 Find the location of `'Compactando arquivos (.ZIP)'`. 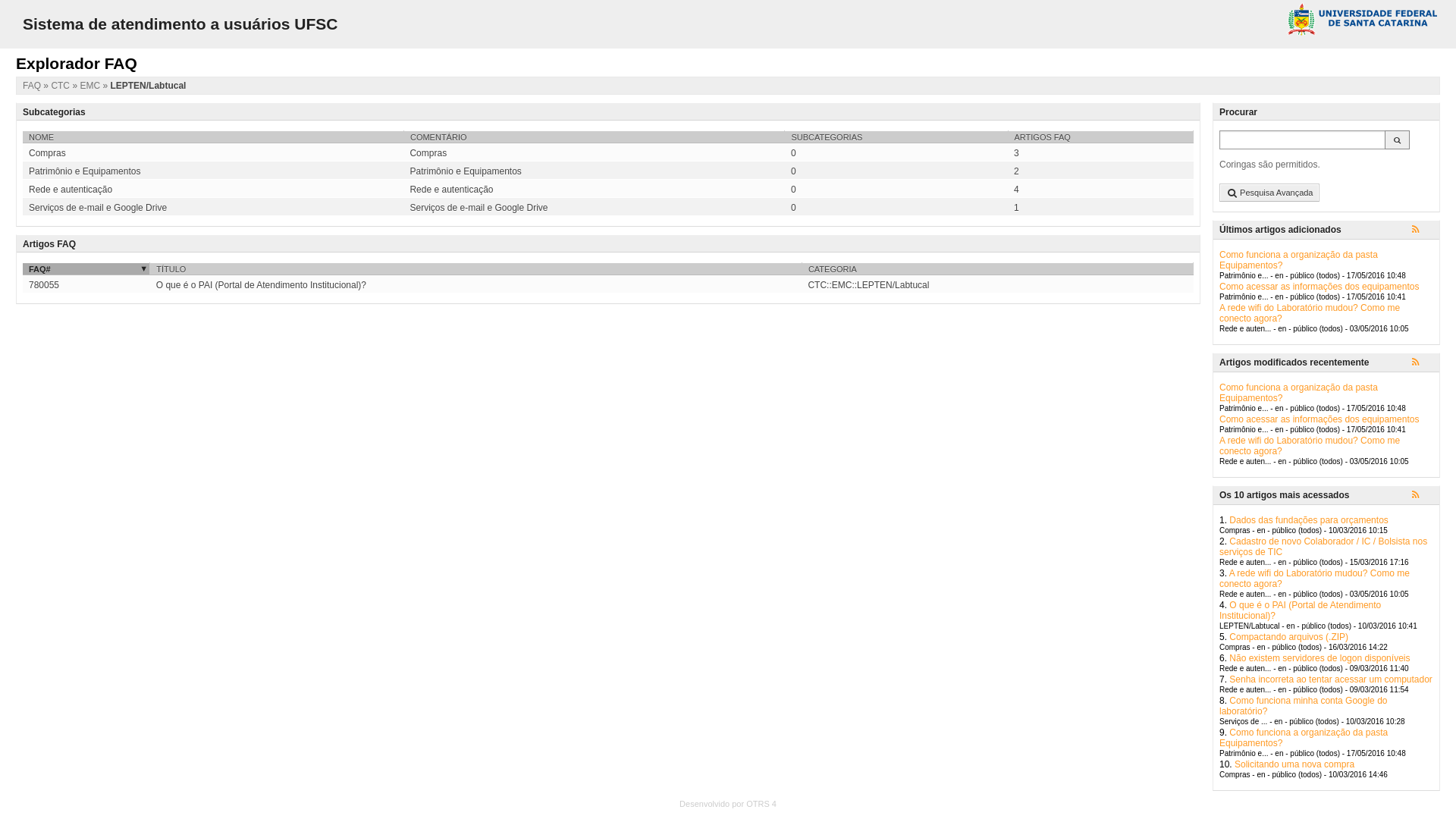

'Compactando arquivos (.ZIP)' is located at coordinates (1288, 637).